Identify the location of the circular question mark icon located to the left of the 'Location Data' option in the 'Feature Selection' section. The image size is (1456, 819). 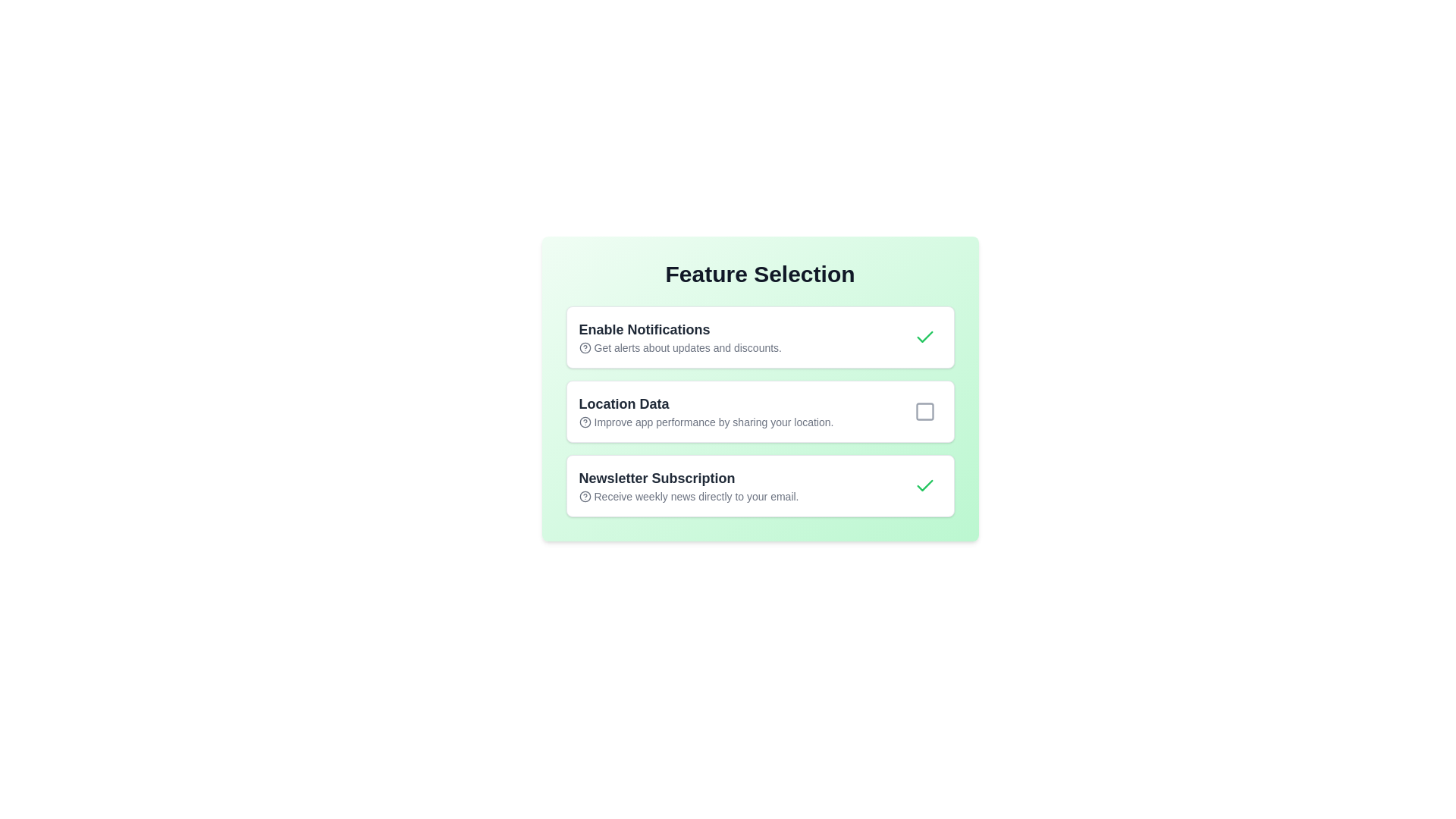
(584, 422).